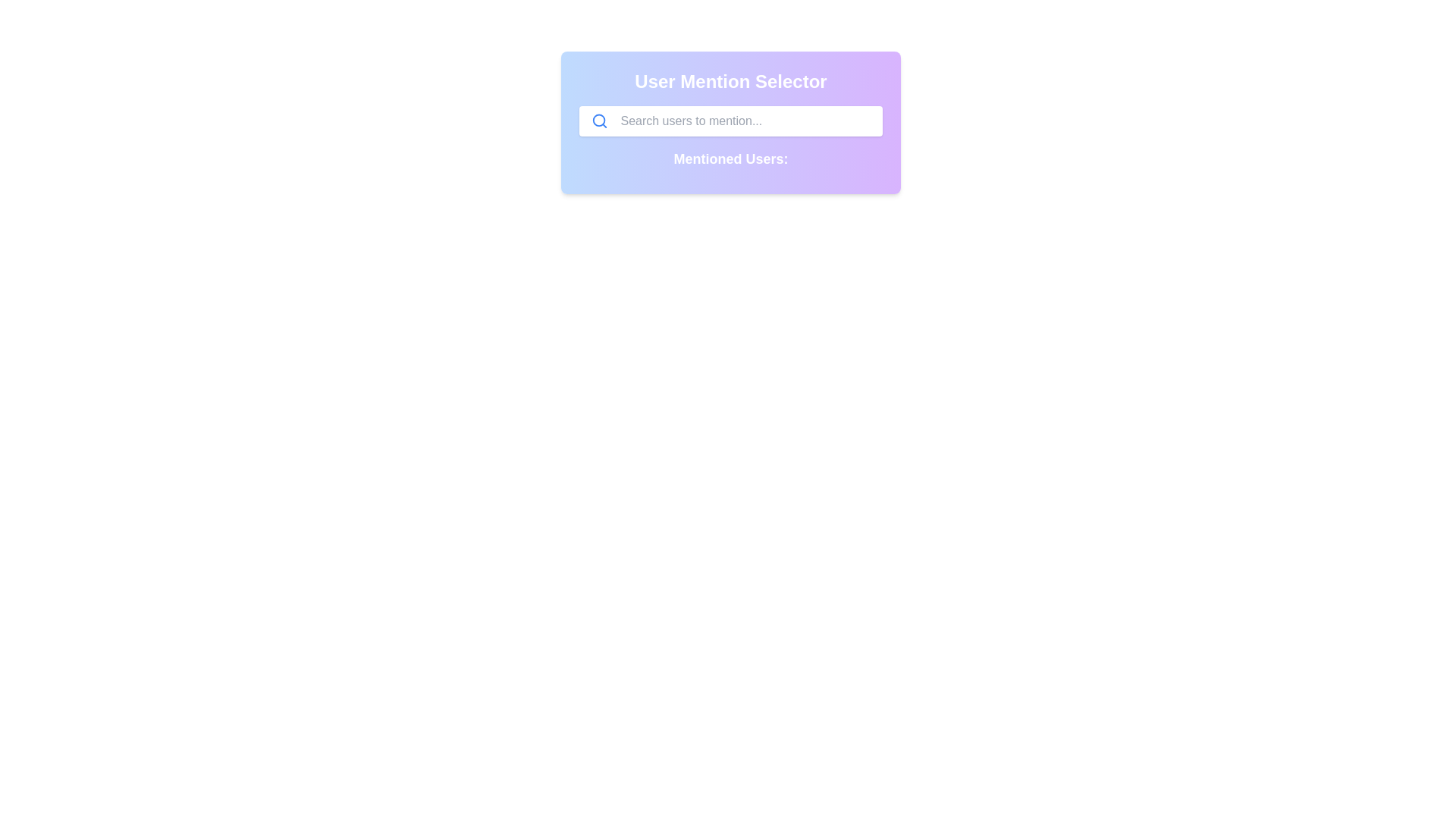 Image resolution: width=1456 pixels, height=819 pixels. What do you see at coordinates (739, 120) in the screenshot?
I see `the text input field with a gray placeholder 'Search users to mention...' to focus it` at bounding box center [739, 120].